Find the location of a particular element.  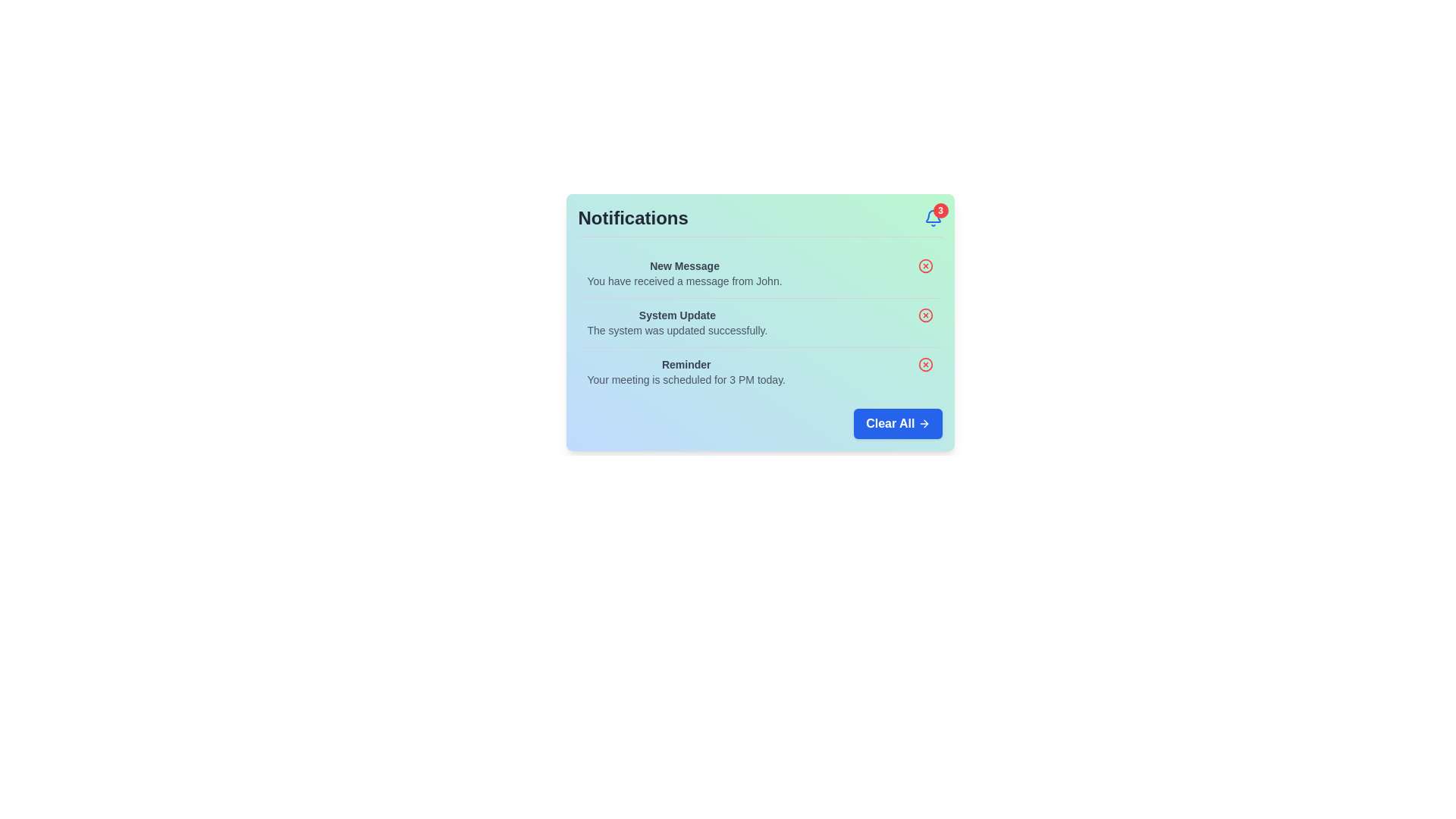

the circular border of the dismiss icon, which is the second action button in the Notifications panel is located at coordinates (924, 315).